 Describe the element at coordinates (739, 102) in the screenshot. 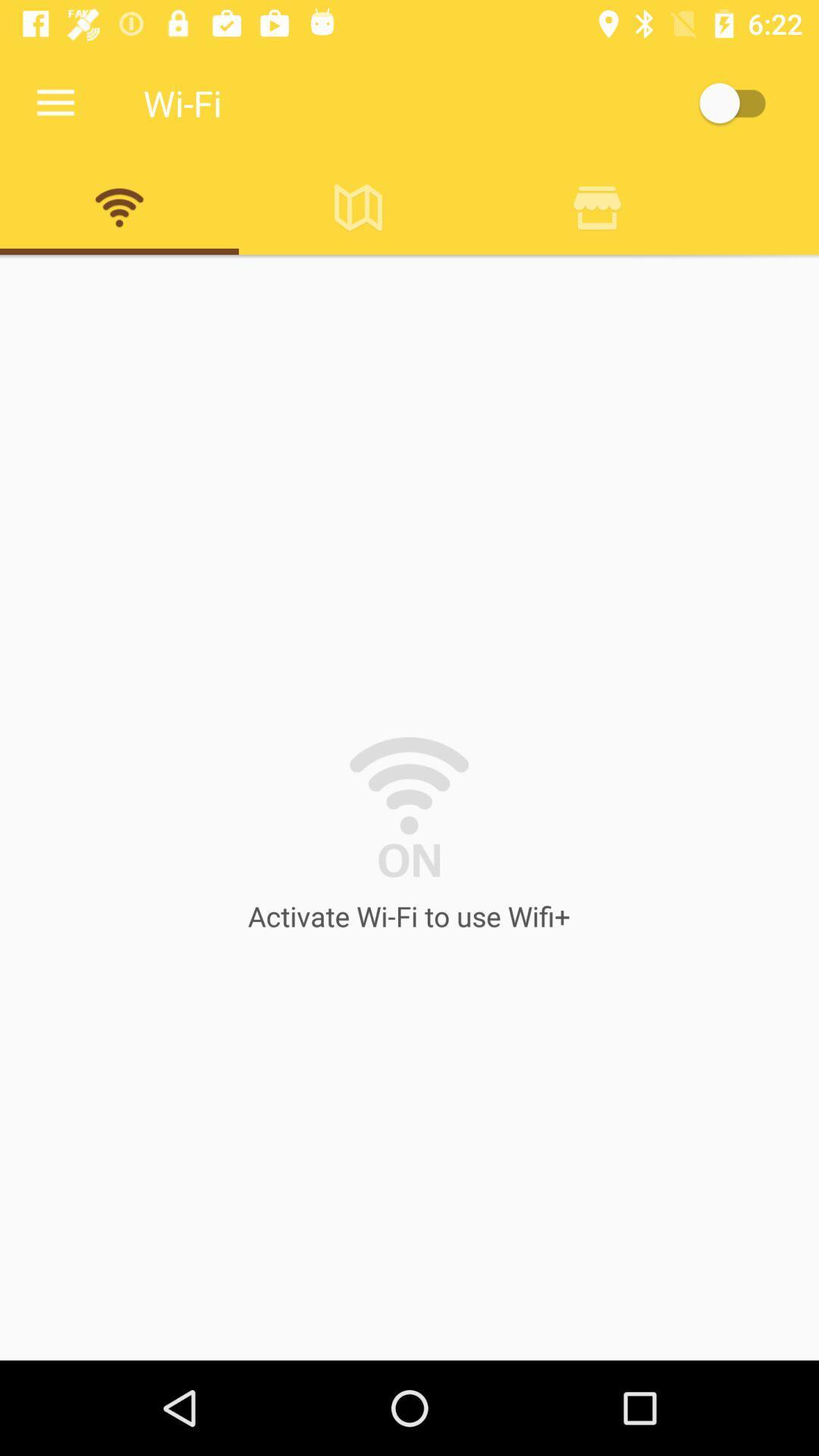

I see `switch wifi` at that location.